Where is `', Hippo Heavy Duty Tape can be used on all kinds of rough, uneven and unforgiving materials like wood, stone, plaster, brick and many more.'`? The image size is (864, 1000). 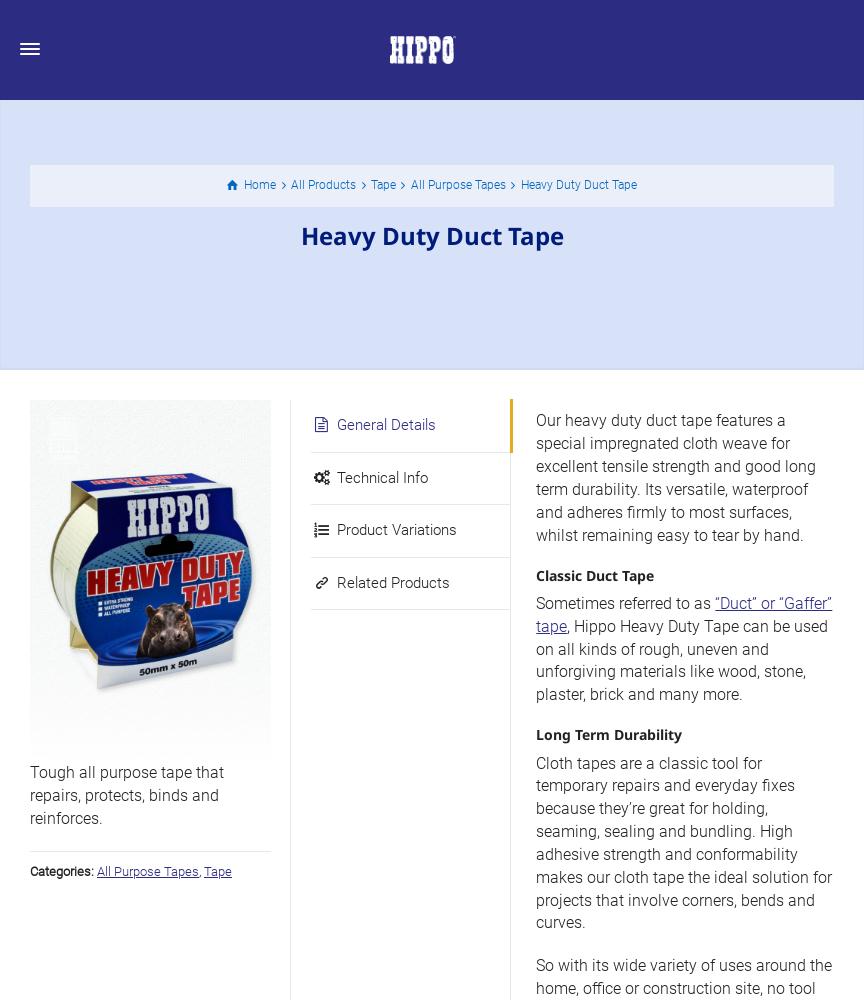 ', Hippo Heavy Duty Tape can be used on all kinds of rough, uneven and unforgiving materials like wood, stone, plaster, brick and many more.' is located at coordinates (682, 660).